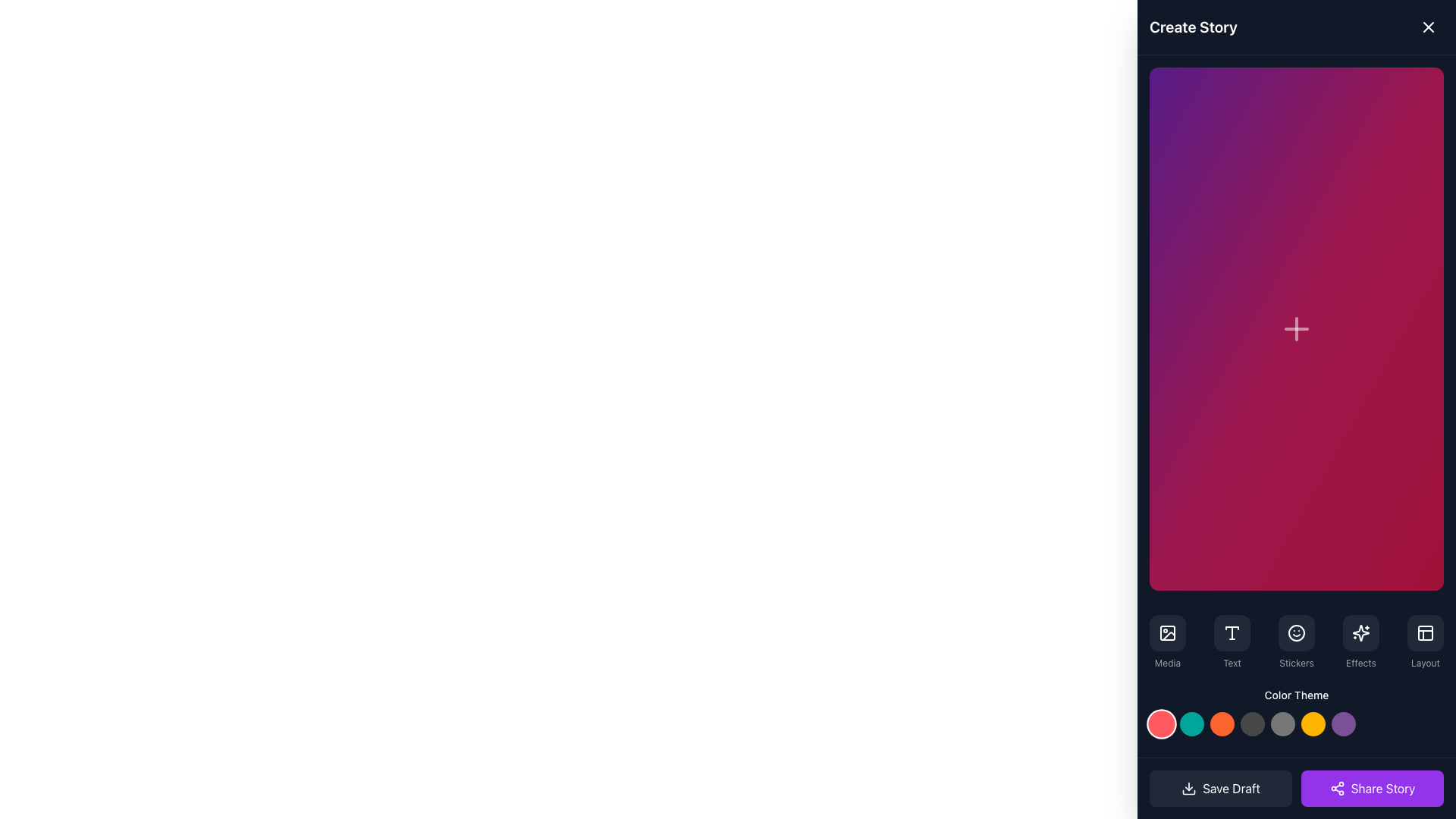  What do you see at coordinates (1252, 722) in the screenshot?
I see `the fourth colored circle button representing the dark grey color theme` at bounding box center [1252, 722].